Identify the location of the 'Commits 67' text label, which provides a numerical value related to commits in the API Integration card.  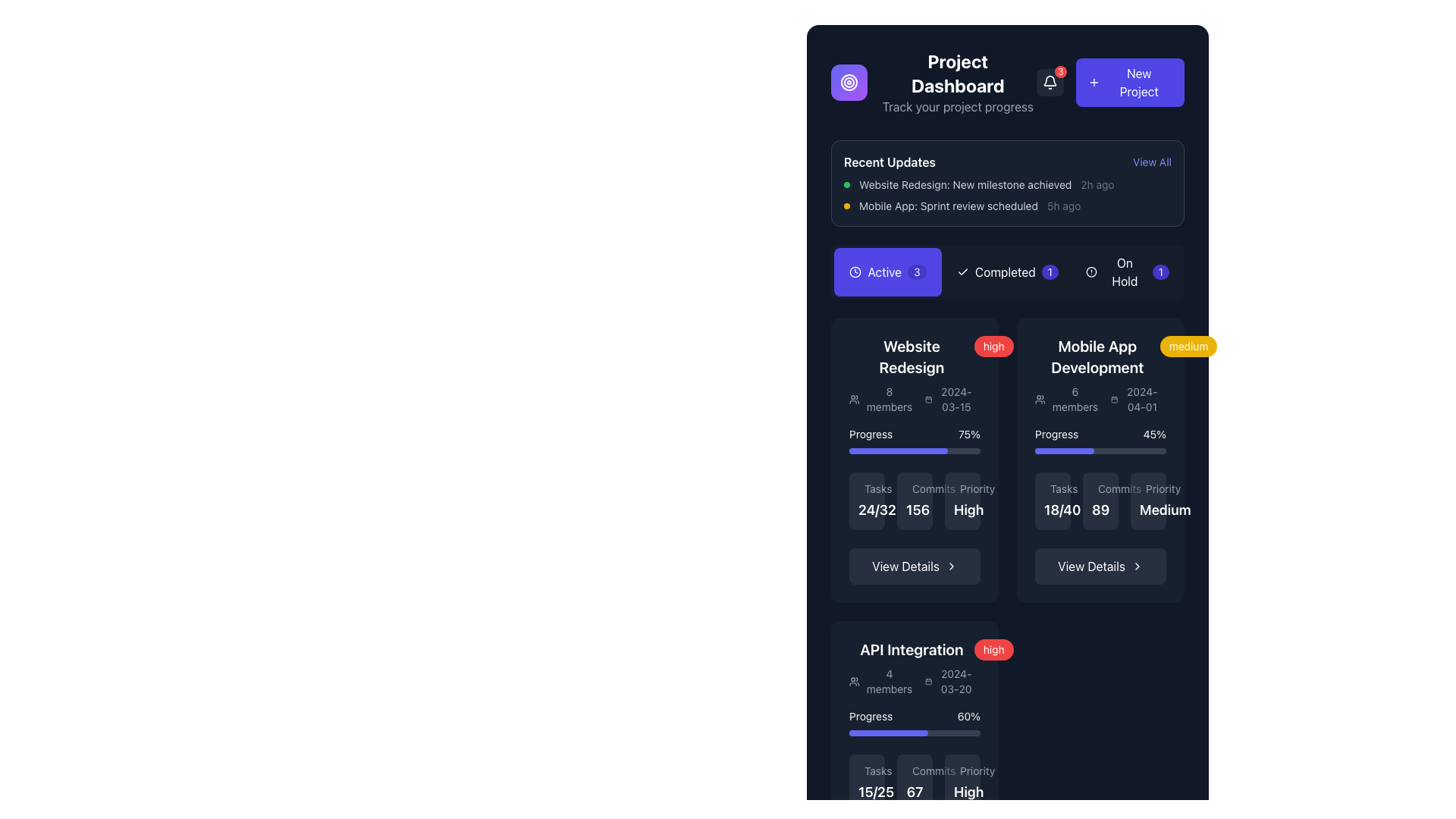
(914, 783).